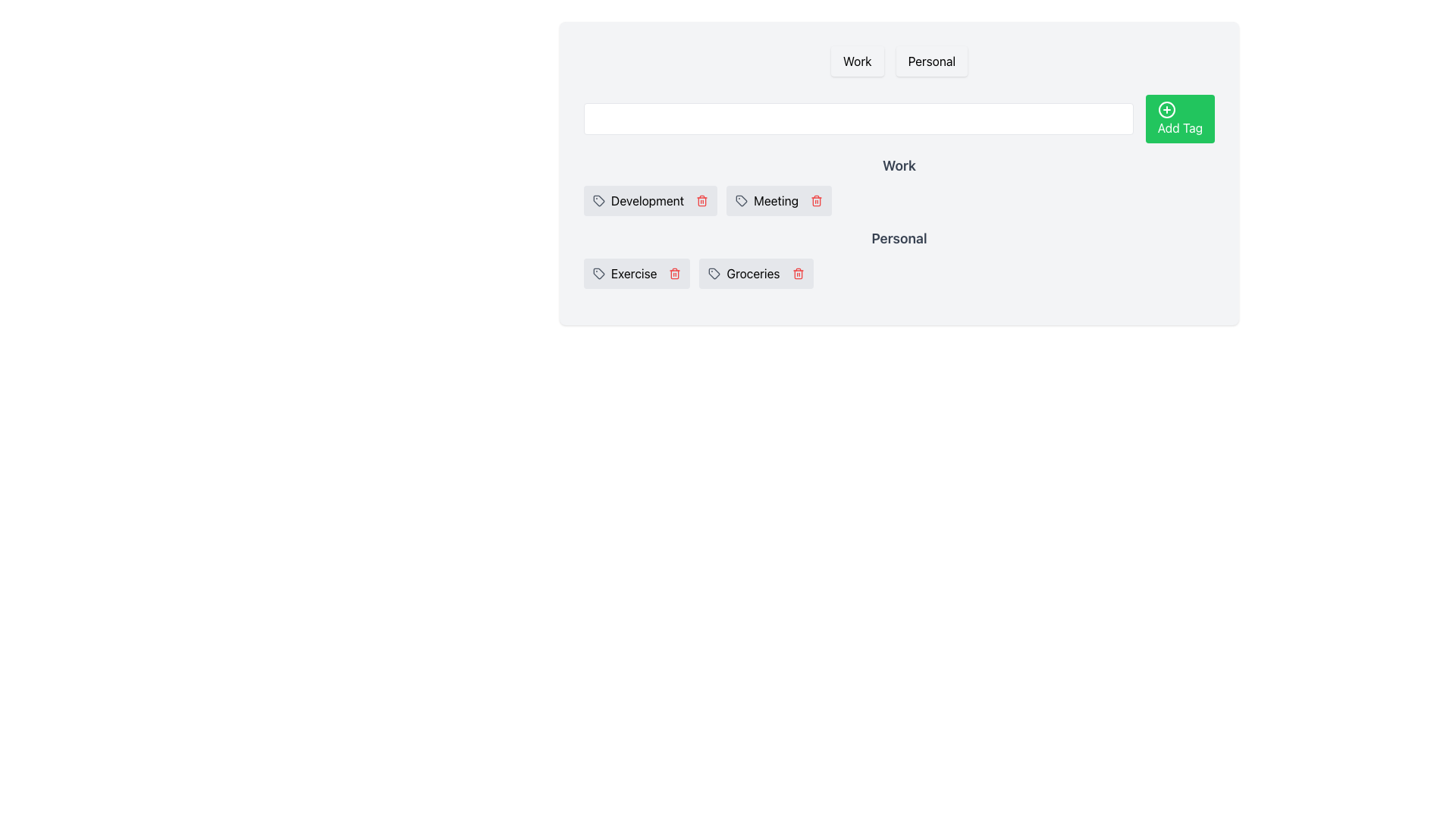  What do you see at coordinates (779, 200) in the screenshot?
I see `the second tag labeled 'Meeting' with a gray background and a trash bin icon` at bounding box center [779, 200].